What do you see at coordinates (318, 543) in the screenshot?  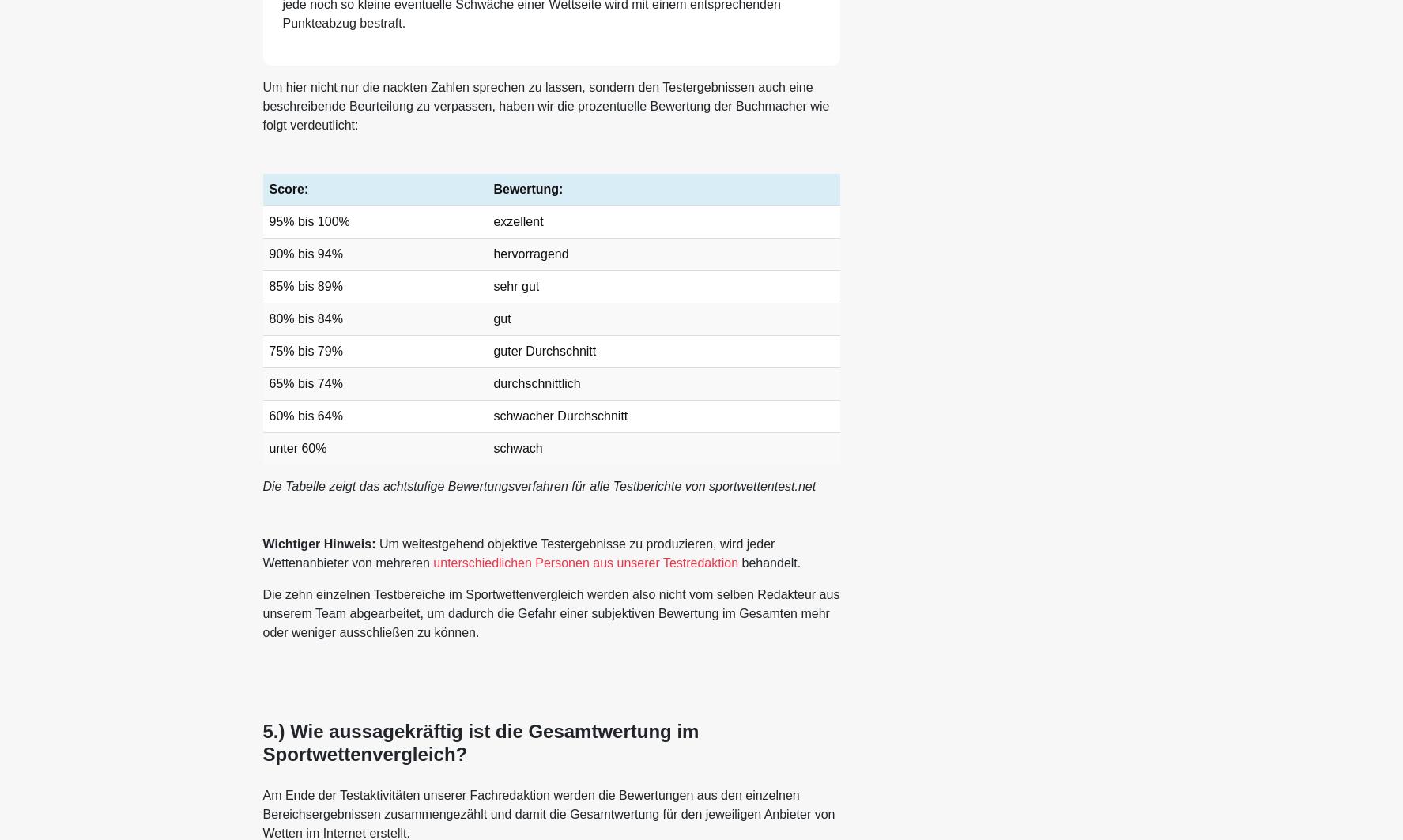 I see `'Wichtiger Hinweis:'` at bounding box center [318, 543].